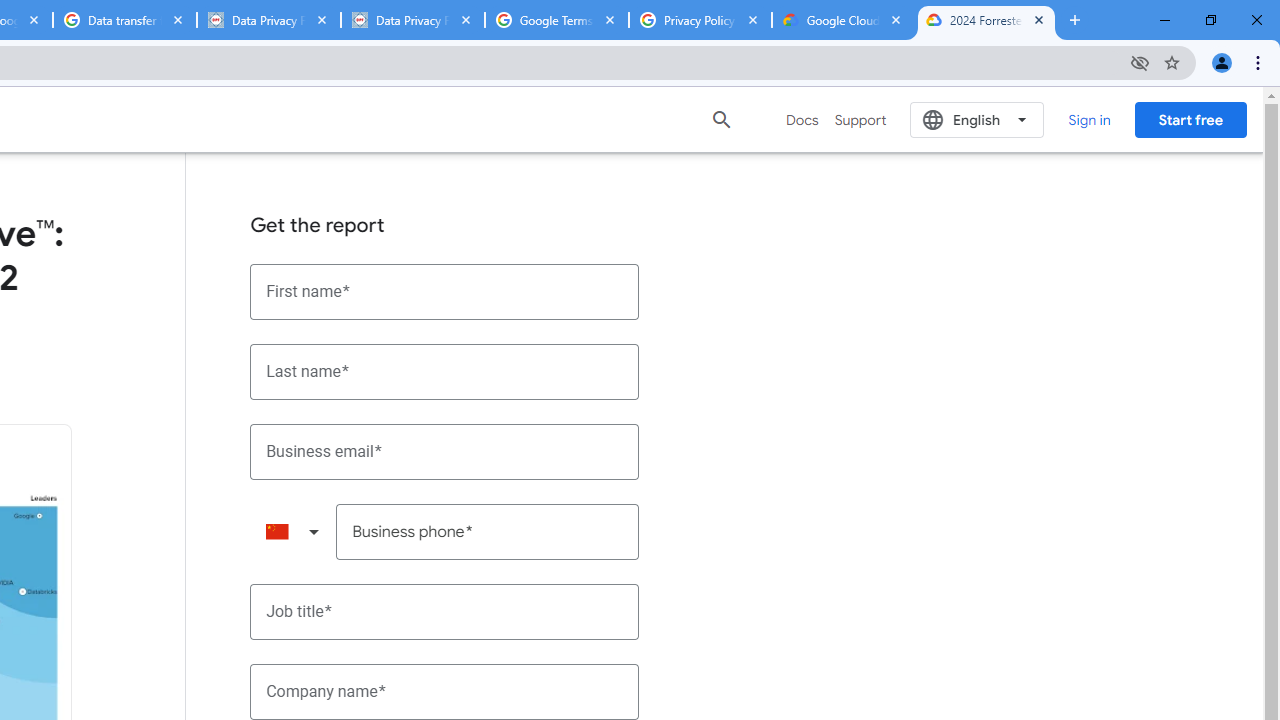 The image size is (1280, 720). Describe the element at coordinates (444, 371) in the screenshot. I see `'Last name*'` at that location.